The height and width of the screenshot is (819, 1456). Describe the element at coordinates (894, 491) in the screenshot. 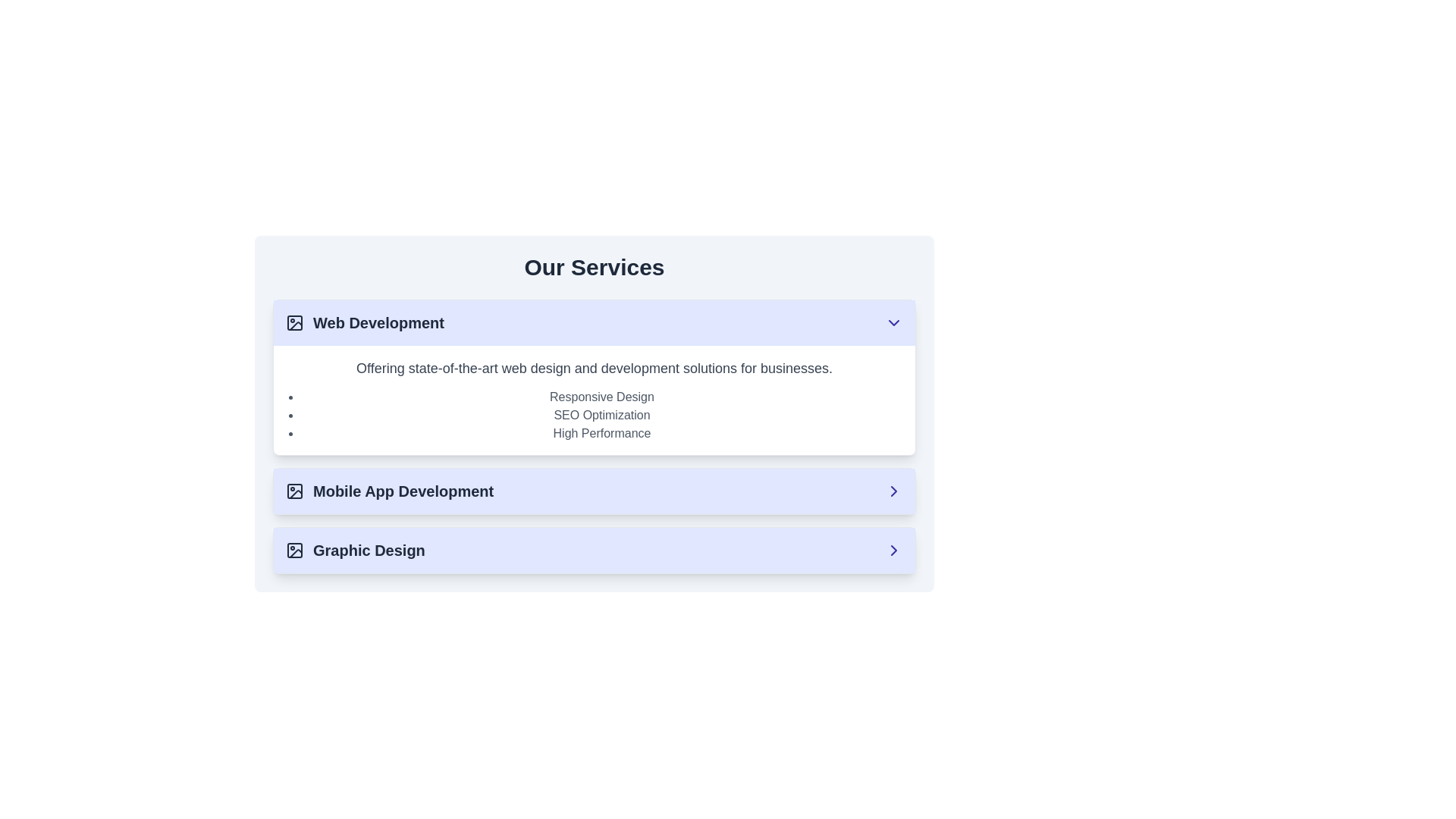

I see `the solid blue triangular arrow icon pointing to the right in the 'Mobile App Development' panel` at that location.